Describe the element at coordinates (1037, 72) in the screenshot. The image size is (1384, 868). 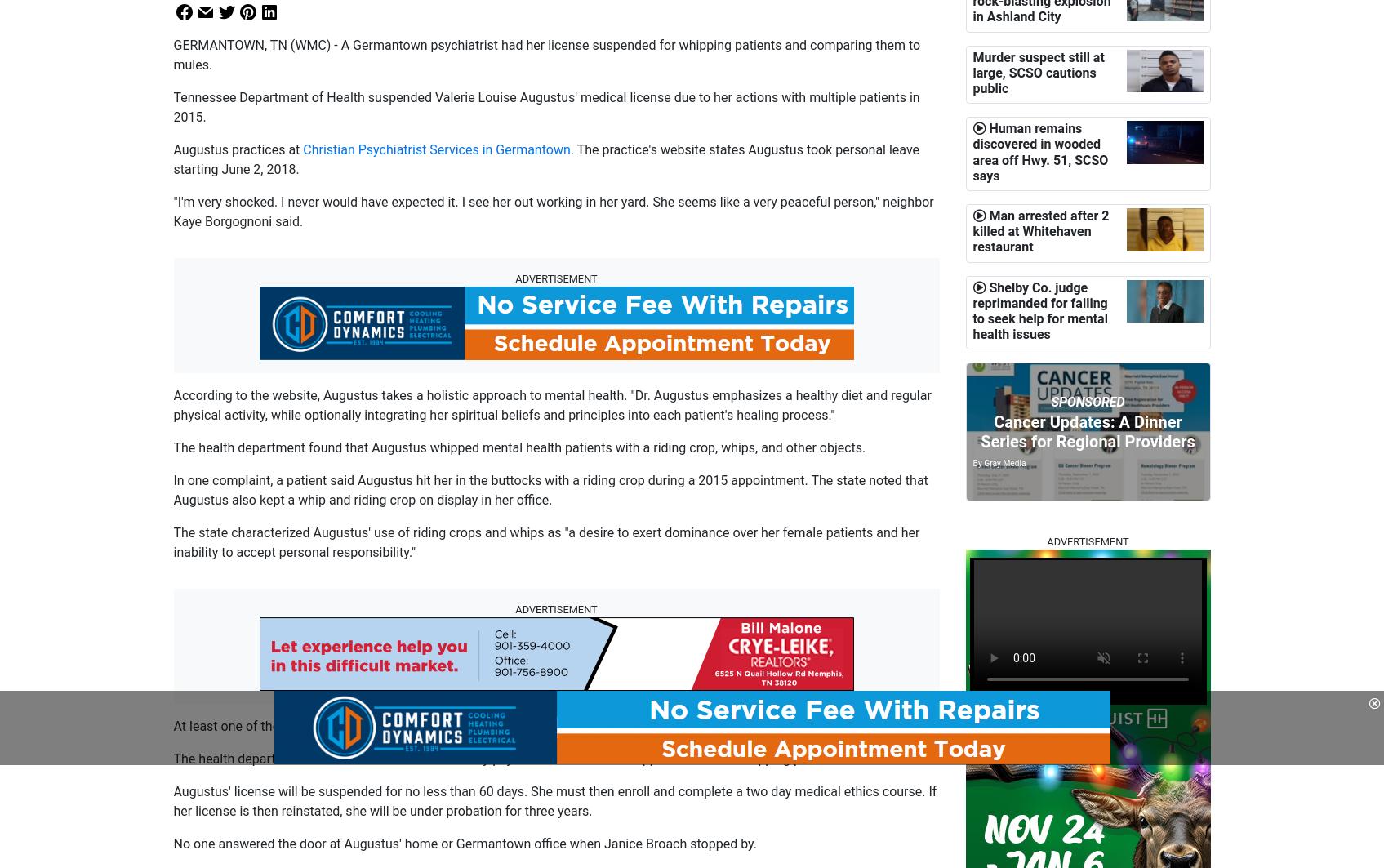
I see `'Murder suspect still at large, SCSO cautions public'` at that location.